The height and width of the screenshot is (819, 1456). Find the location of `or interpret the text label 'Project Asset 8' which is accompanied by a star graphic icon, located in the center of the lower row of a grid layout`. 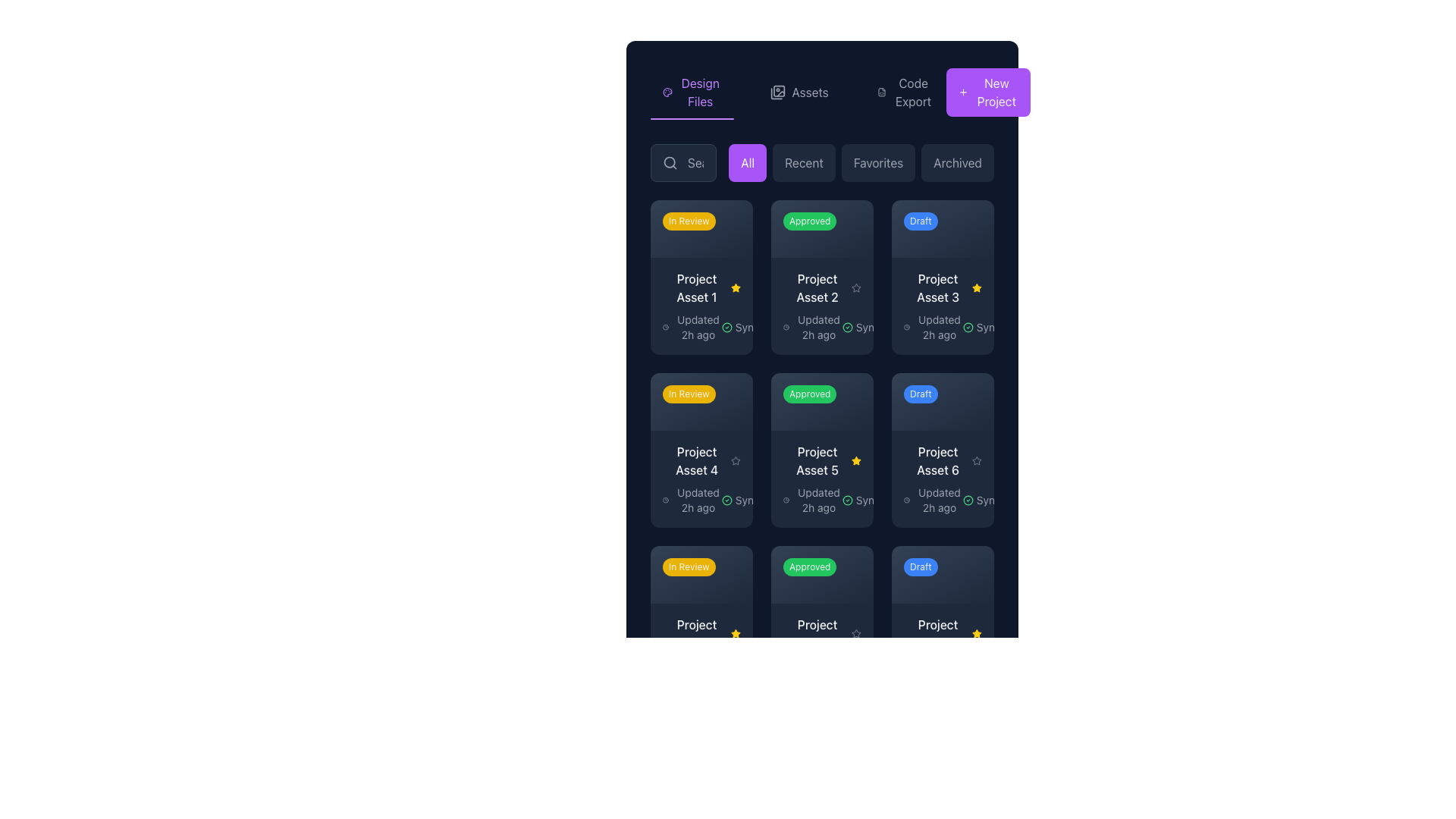

or interpret the text label 'Project Asset 8' which is accompanied by a star graphic icon, located in the center of the lower row of a grid layout is located at coordinates (821, 633).